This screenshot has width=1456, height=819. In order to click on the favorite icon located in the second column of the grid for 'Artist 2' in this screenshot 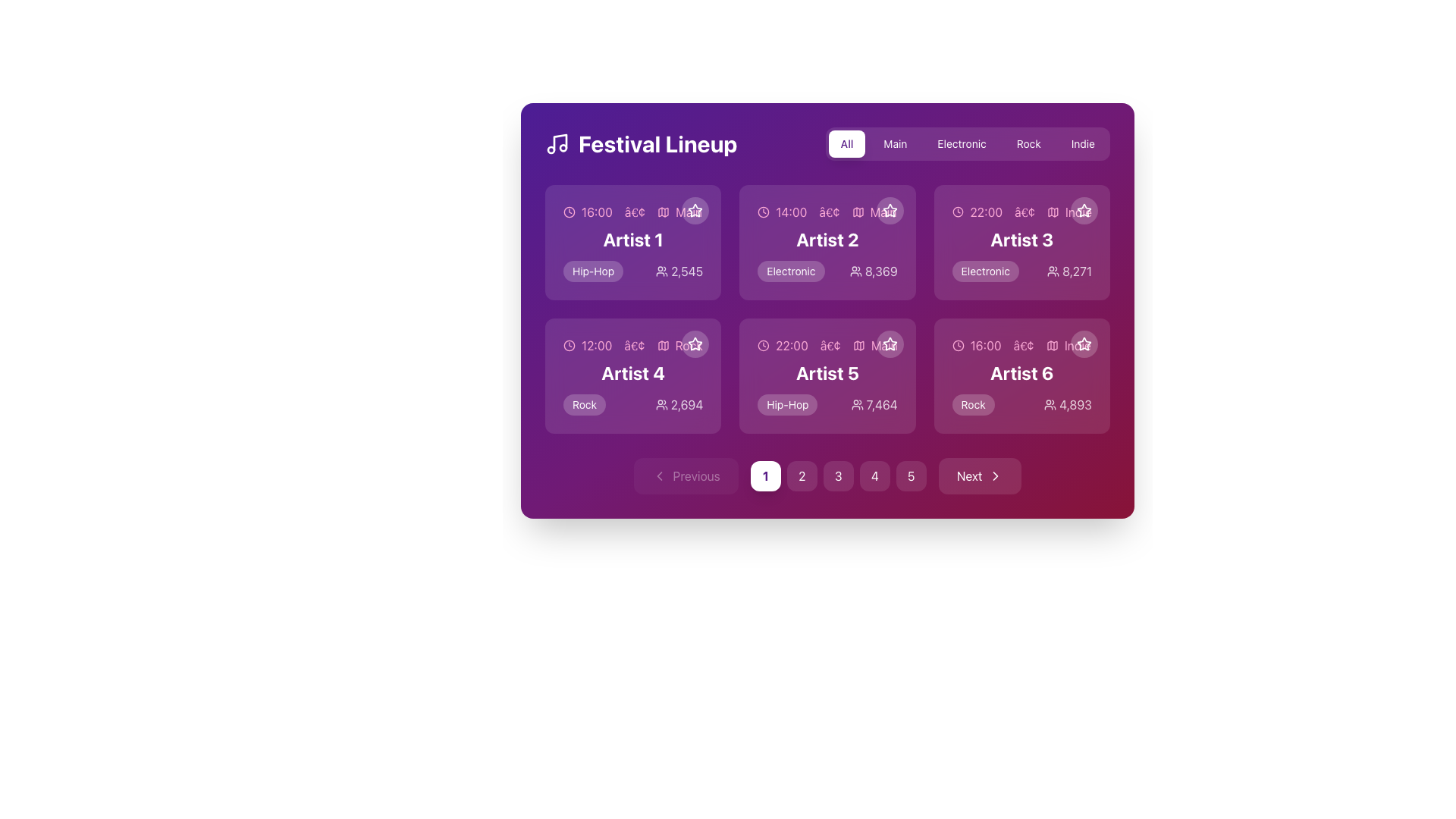, I will do `click(890, 210)`.